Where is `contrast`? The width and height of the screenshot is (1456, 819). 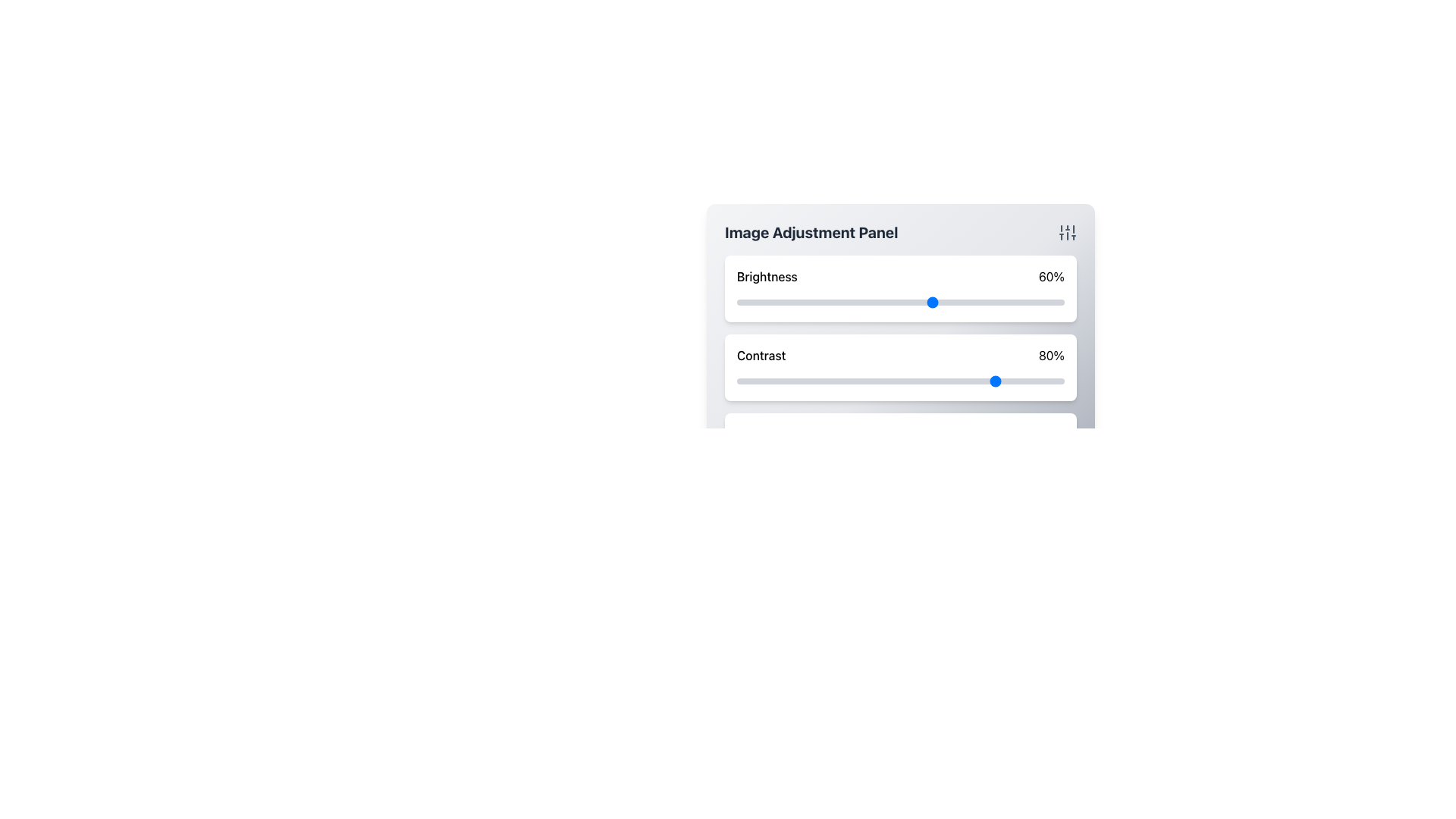 contrast is located at coordinates (996, 380).